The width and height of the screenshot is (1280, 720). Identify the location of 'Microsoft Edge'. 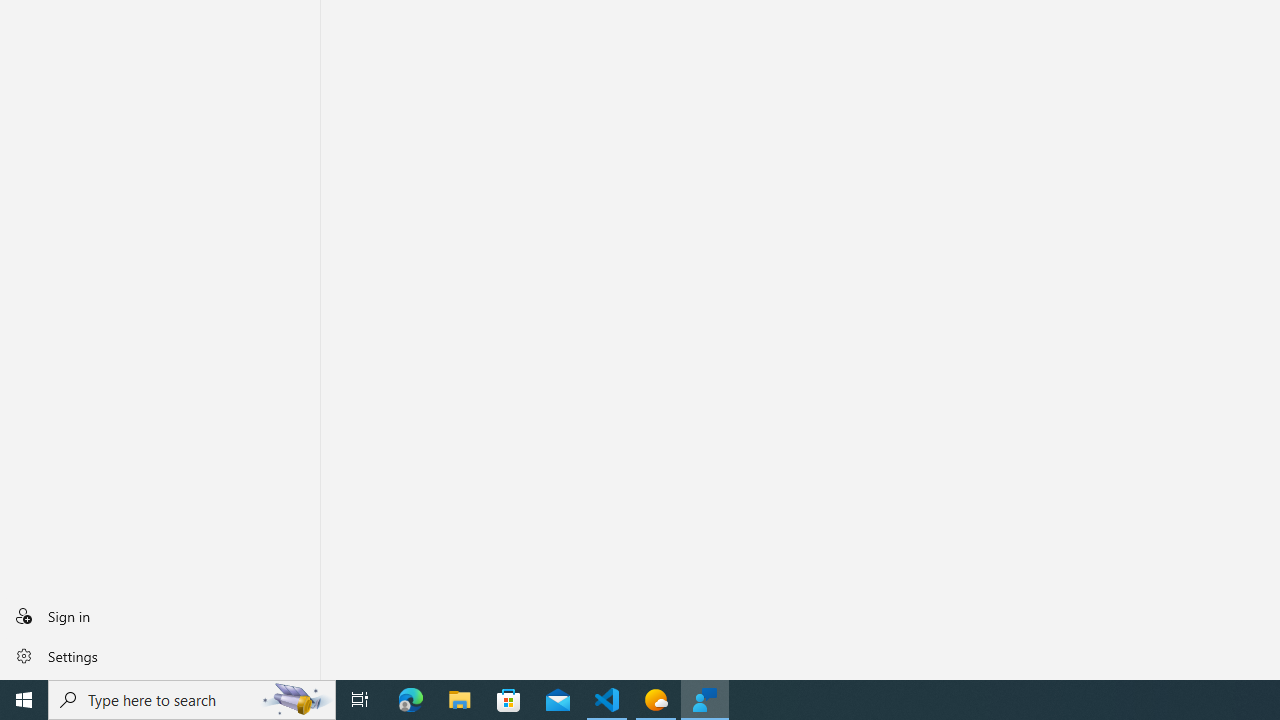
(410, 698).